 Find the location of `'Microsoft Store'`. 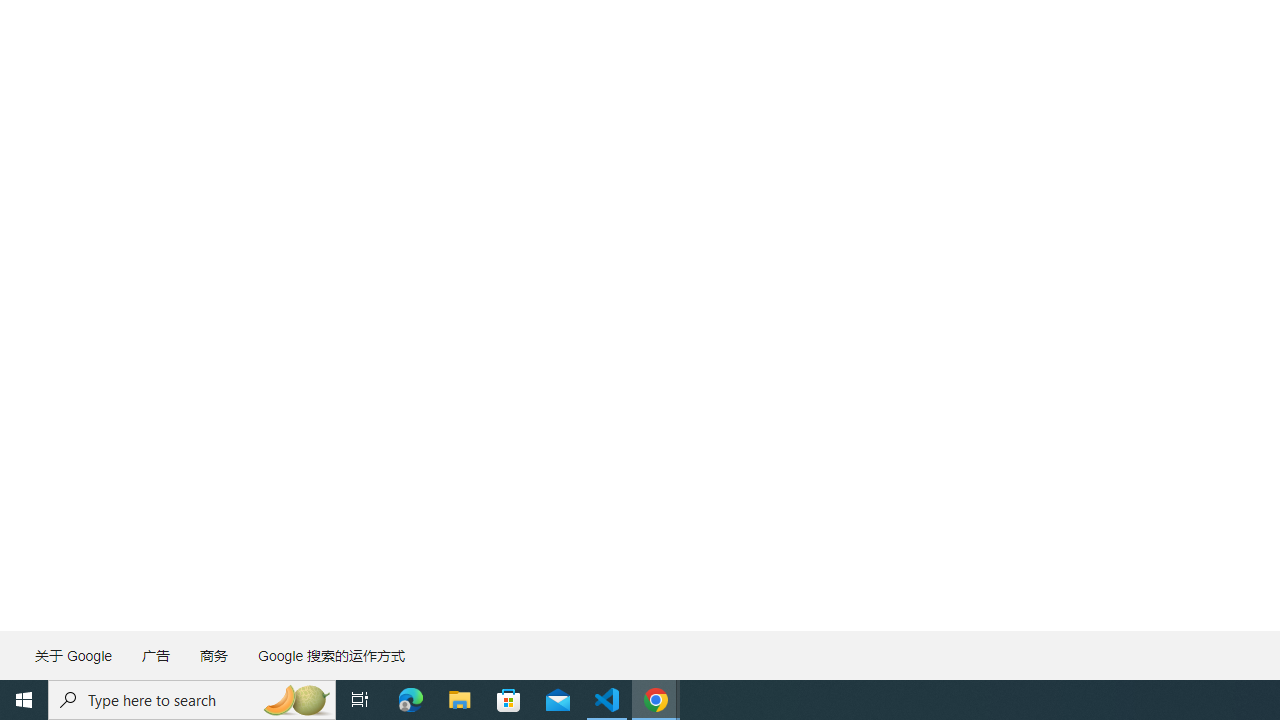

'Microsoft Store' is located at coordinates (509, 698).